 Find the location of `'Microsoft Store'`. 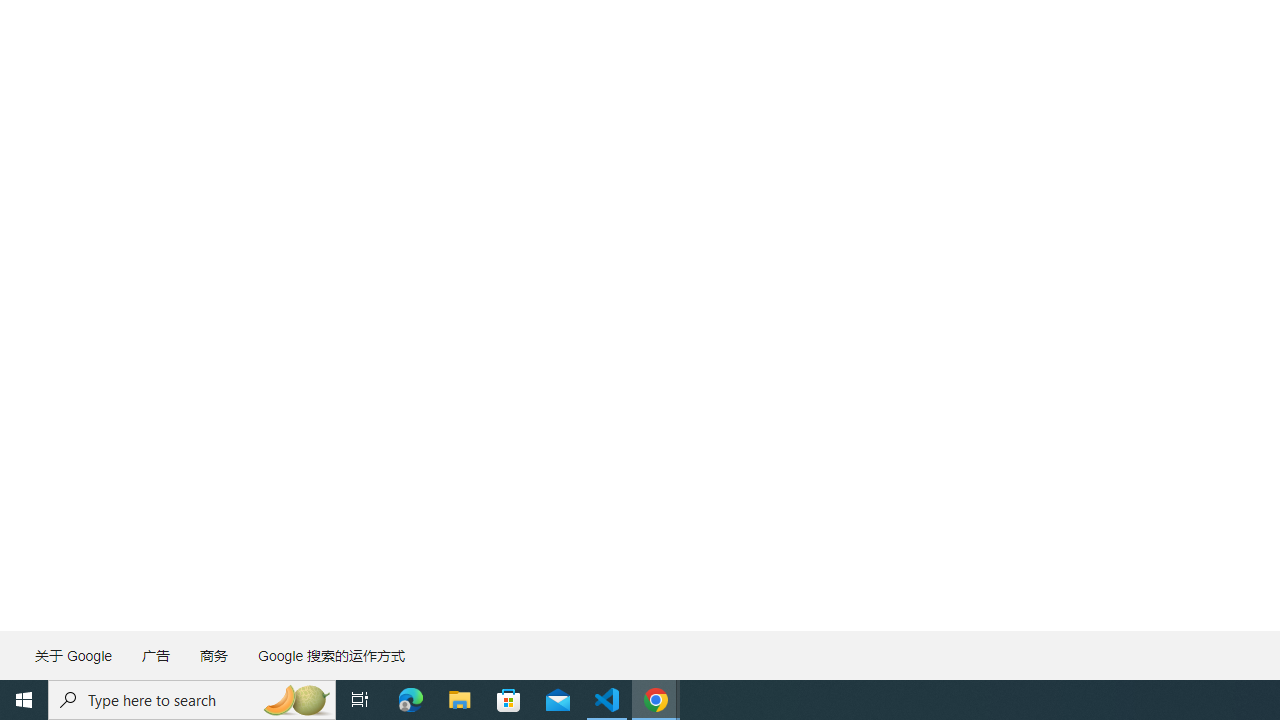

'Microsoft Store' is located at coordinates (509, 698).